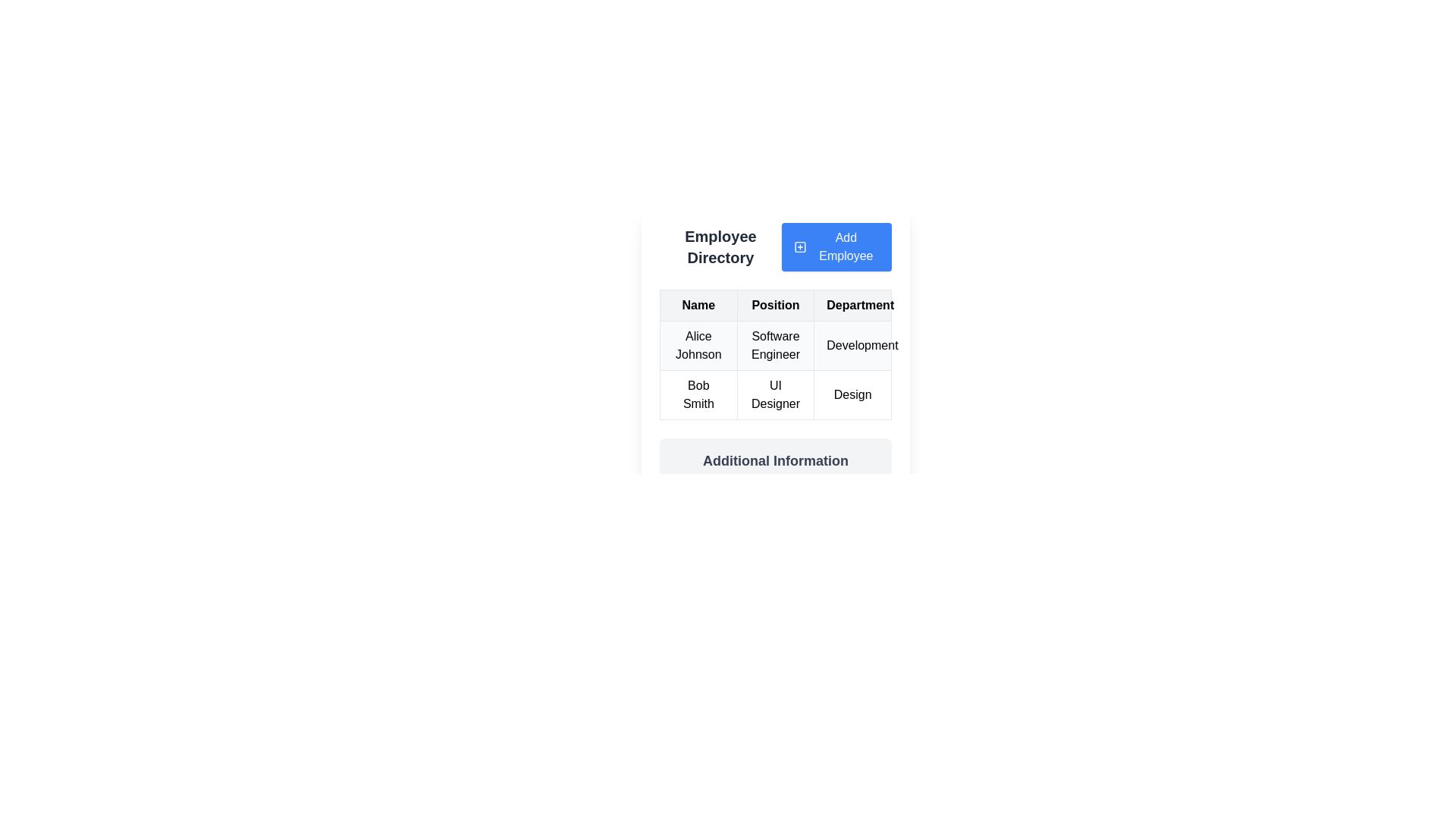 The image size is (1456, 819). What do you see at coordinates (698, 345) in the screenshot?
I see `the text element displaying 'Alice Johnson' in the 'Name' column of the table` at bounding box center [698, 345].